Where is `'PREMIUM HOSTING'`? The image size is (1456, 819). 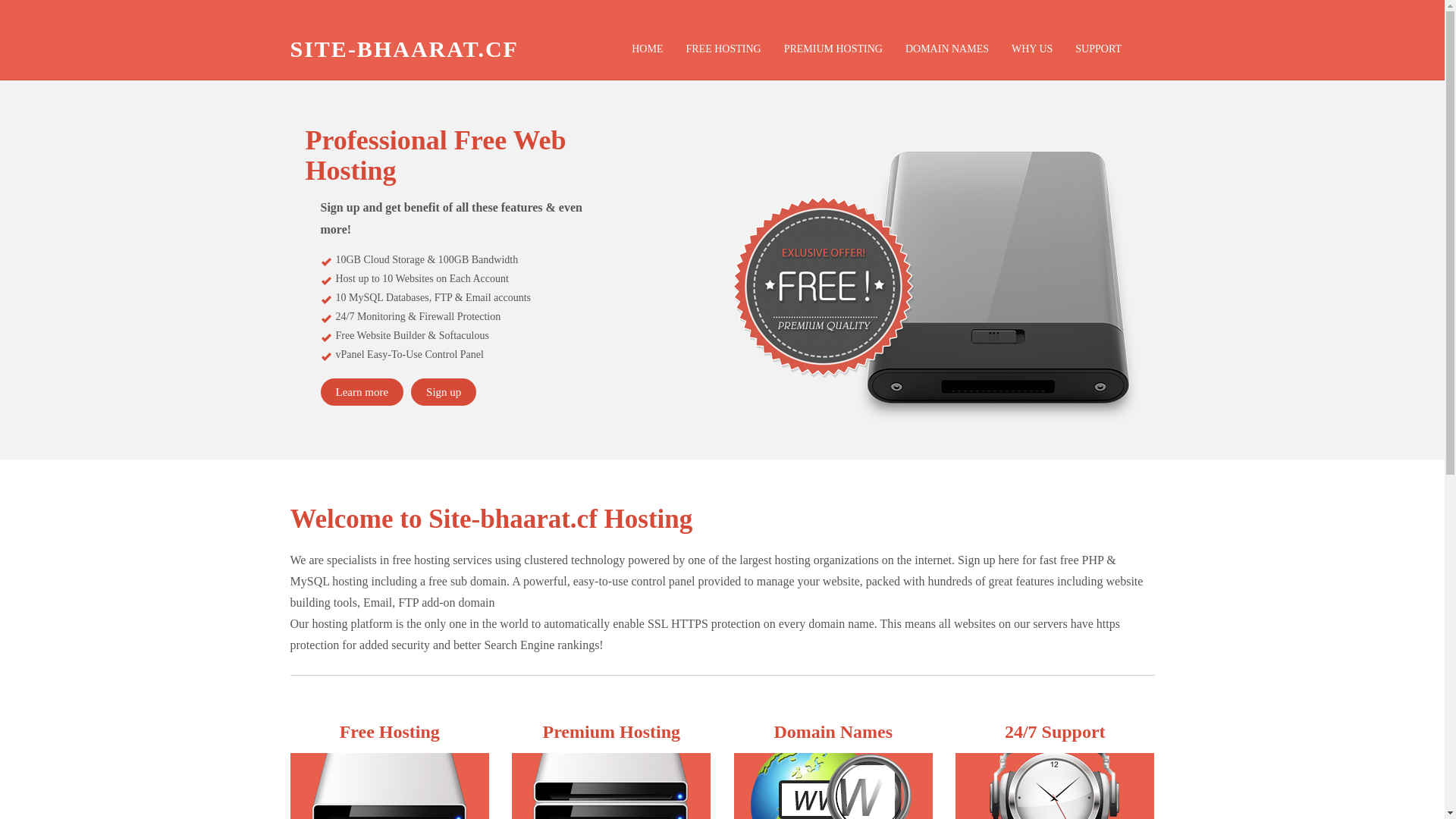
'PREMIUM HOSTING' is located at coordinates (833, 49).